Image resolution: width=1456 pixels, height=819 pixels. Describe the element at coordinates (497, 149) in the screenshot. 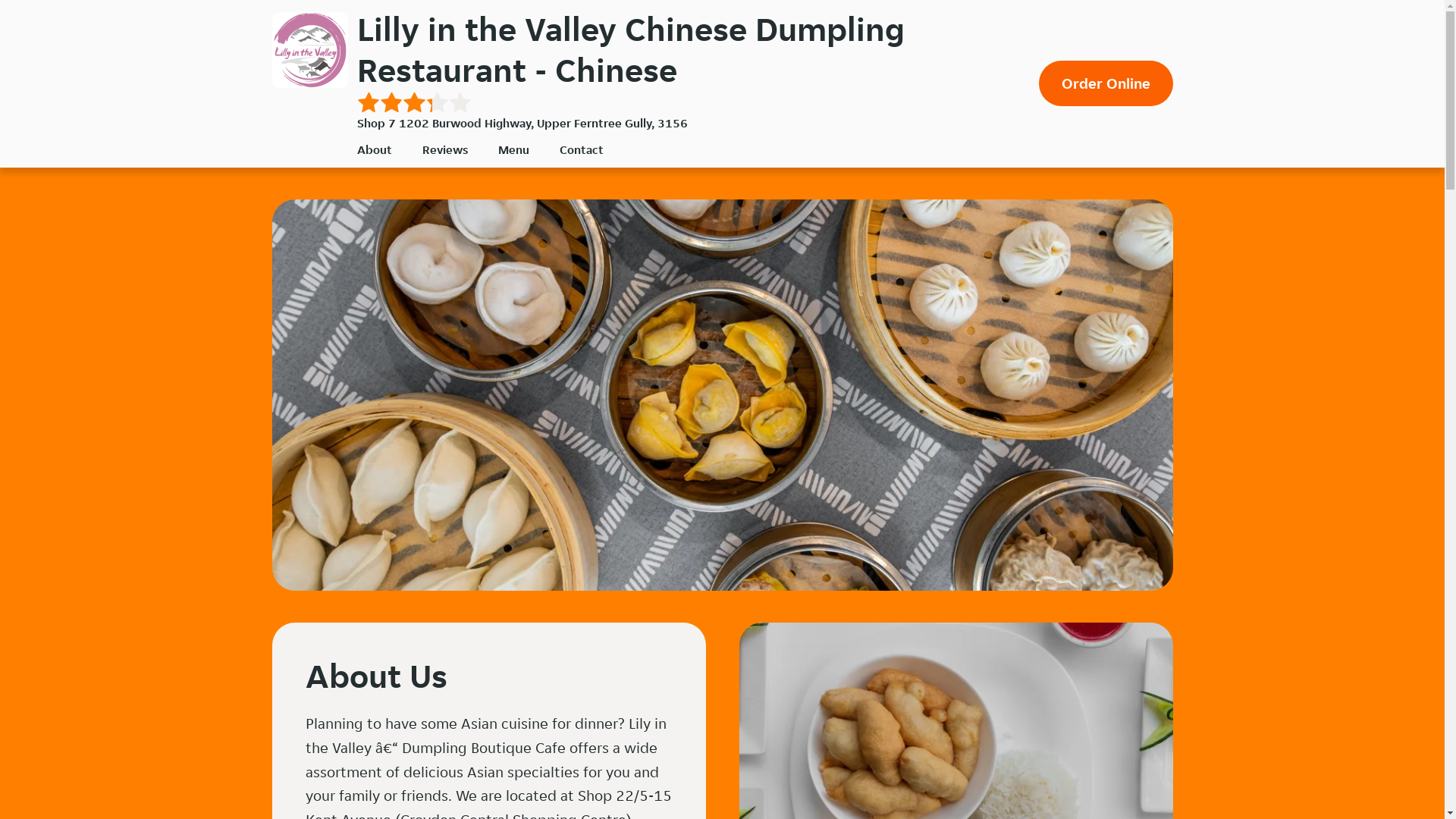

I see `'Menu'` at that location.